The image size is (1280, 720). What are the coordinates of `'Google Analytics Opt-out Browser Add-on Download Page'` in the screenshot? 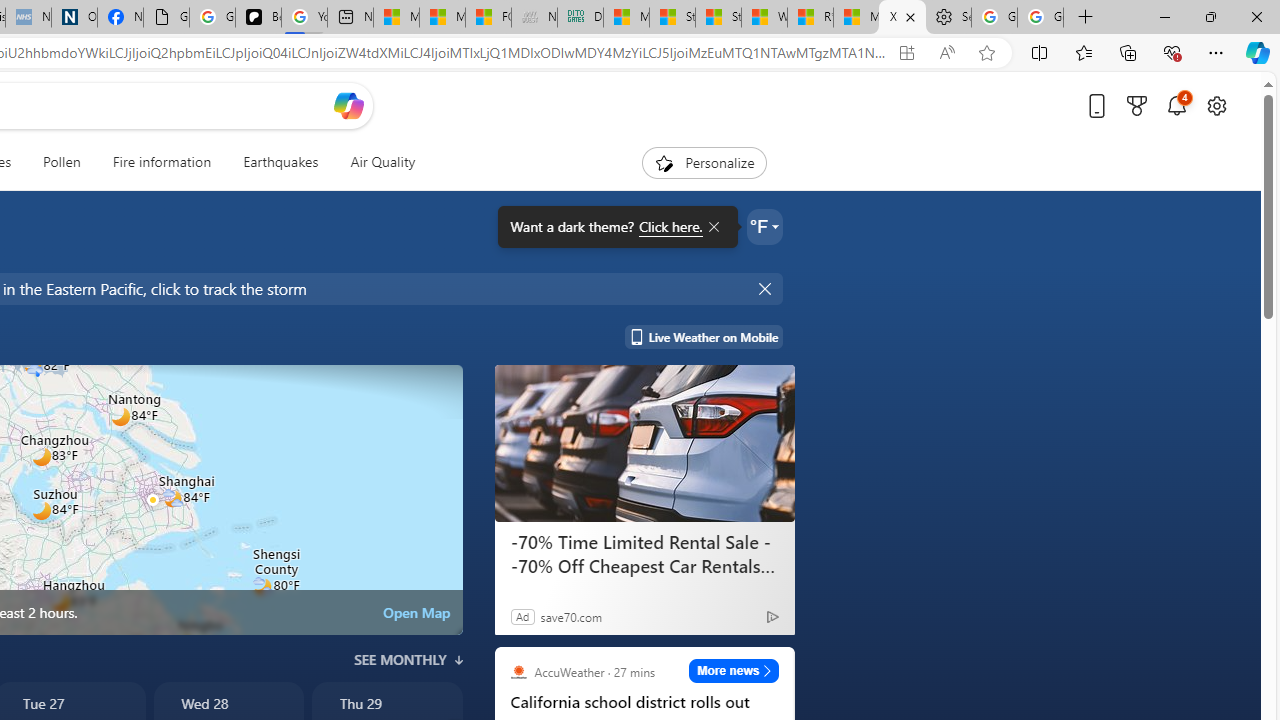 It's located at (166, 17).